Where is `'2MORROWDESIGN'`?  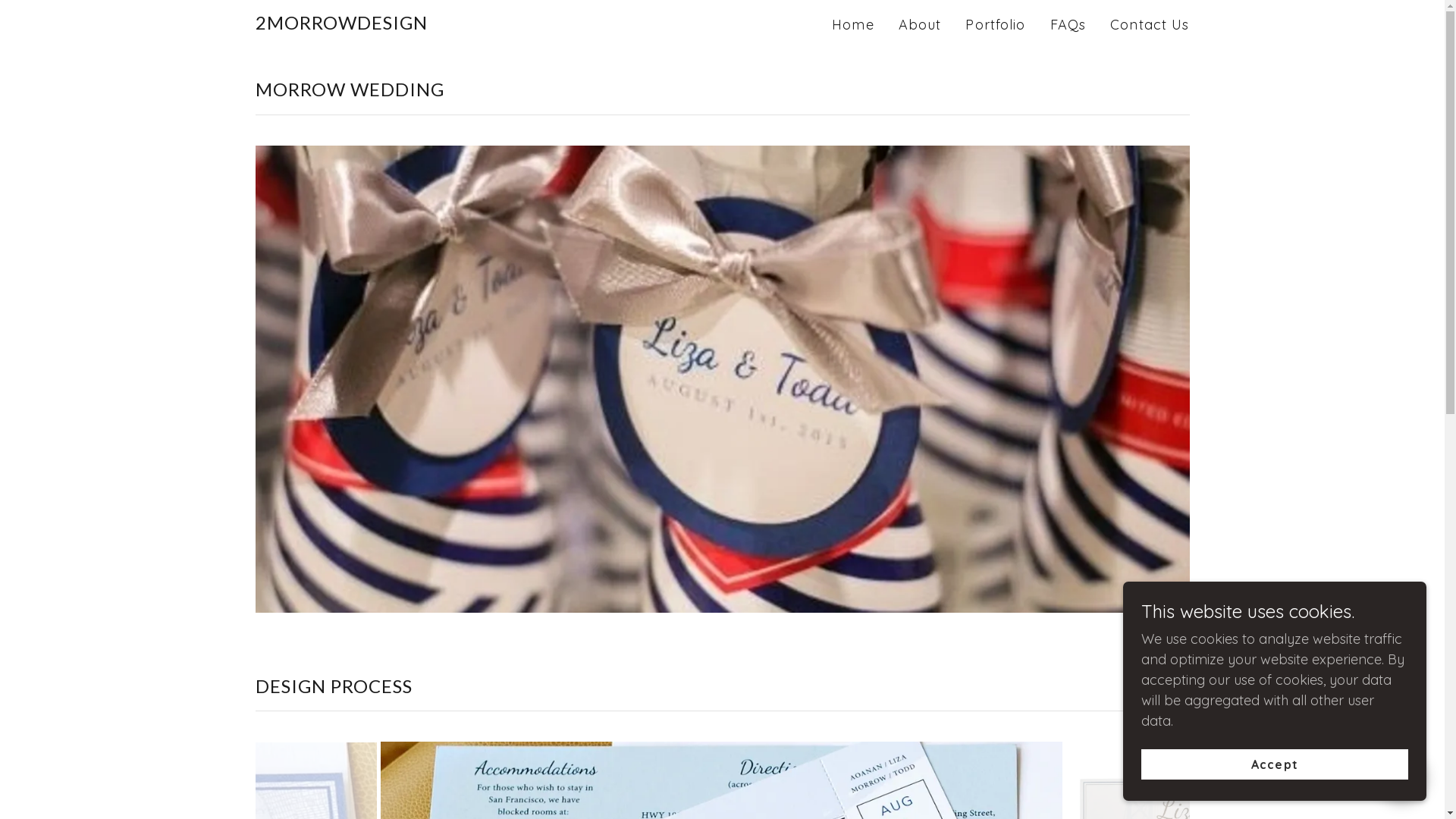
'2MORROWDESIGN' is located at coordinates (255, 24).